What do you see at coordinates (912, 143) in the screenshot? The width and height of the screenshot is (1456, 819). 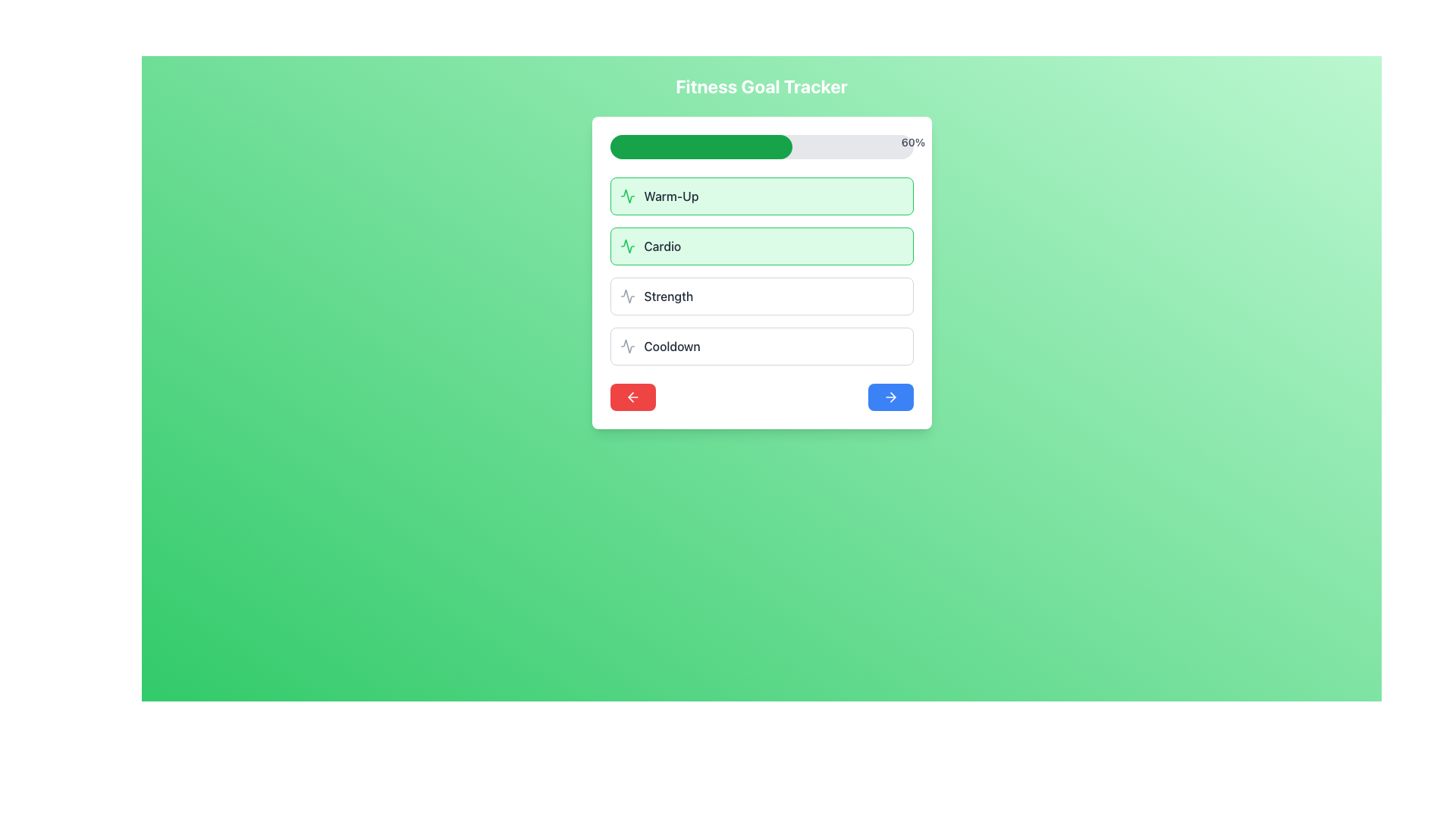 I see `the text label displaying '60%' which is centered above the green progress bar to read the percentage value` at bounding box center [912, 143].